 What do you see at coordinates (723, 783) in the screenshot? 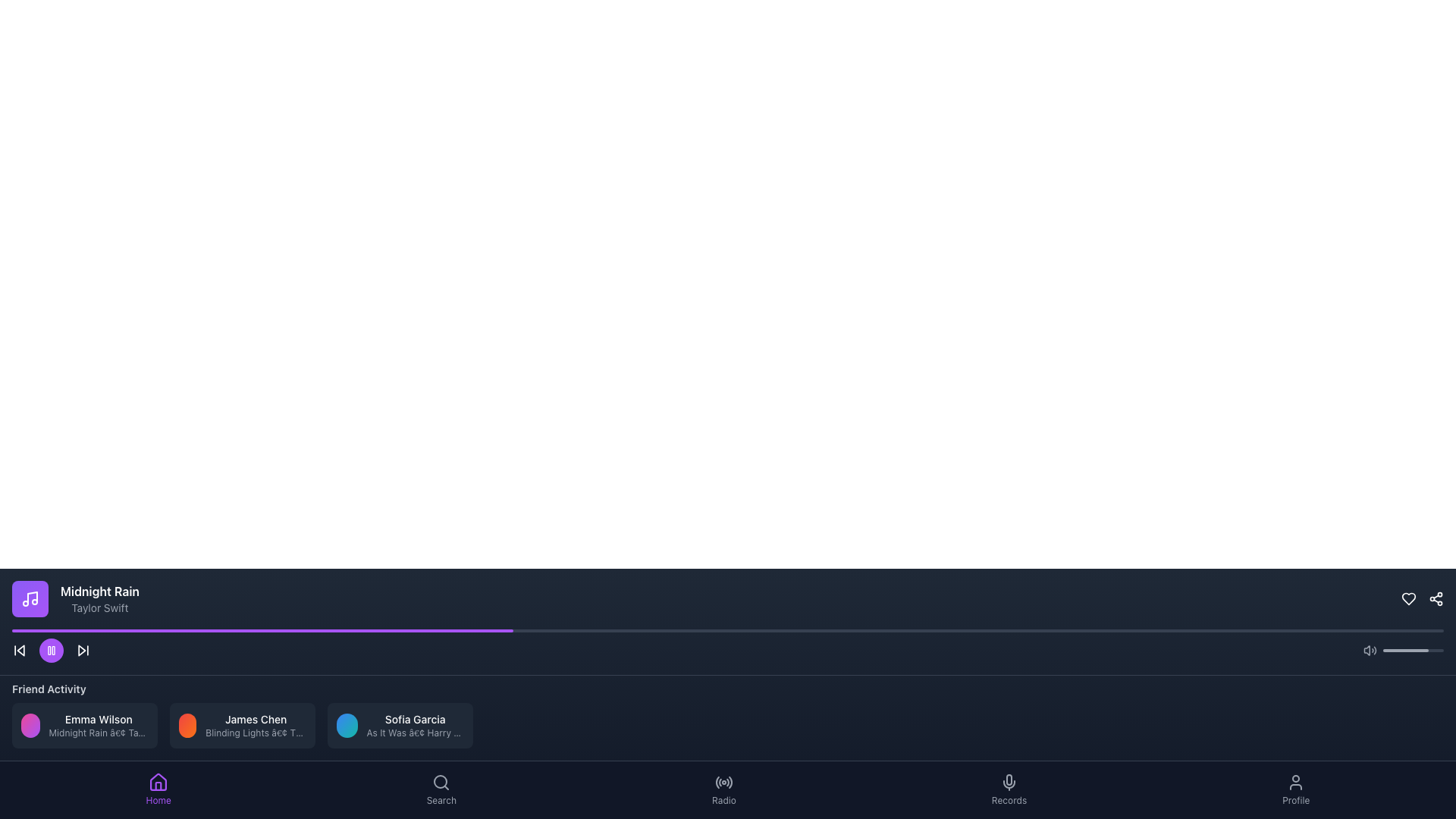
I see `the 'Radio' icon located at the bottom navigation bar, which is the fourth icon from the left` at bounding box center [723, 783].